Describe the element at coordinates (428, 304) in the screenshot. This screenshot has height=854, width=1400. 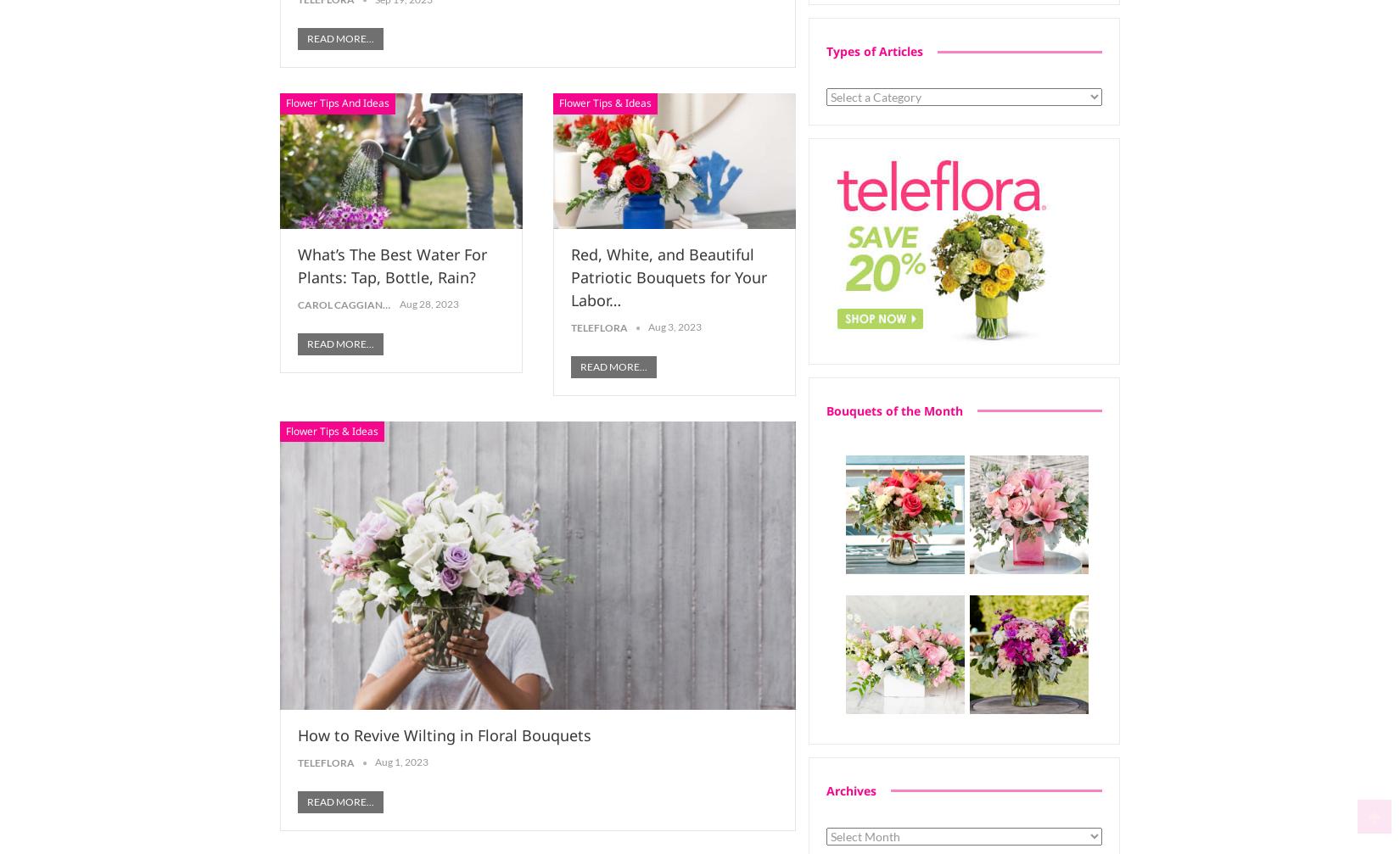
I see `'Aug 28, 2023'` at that location.